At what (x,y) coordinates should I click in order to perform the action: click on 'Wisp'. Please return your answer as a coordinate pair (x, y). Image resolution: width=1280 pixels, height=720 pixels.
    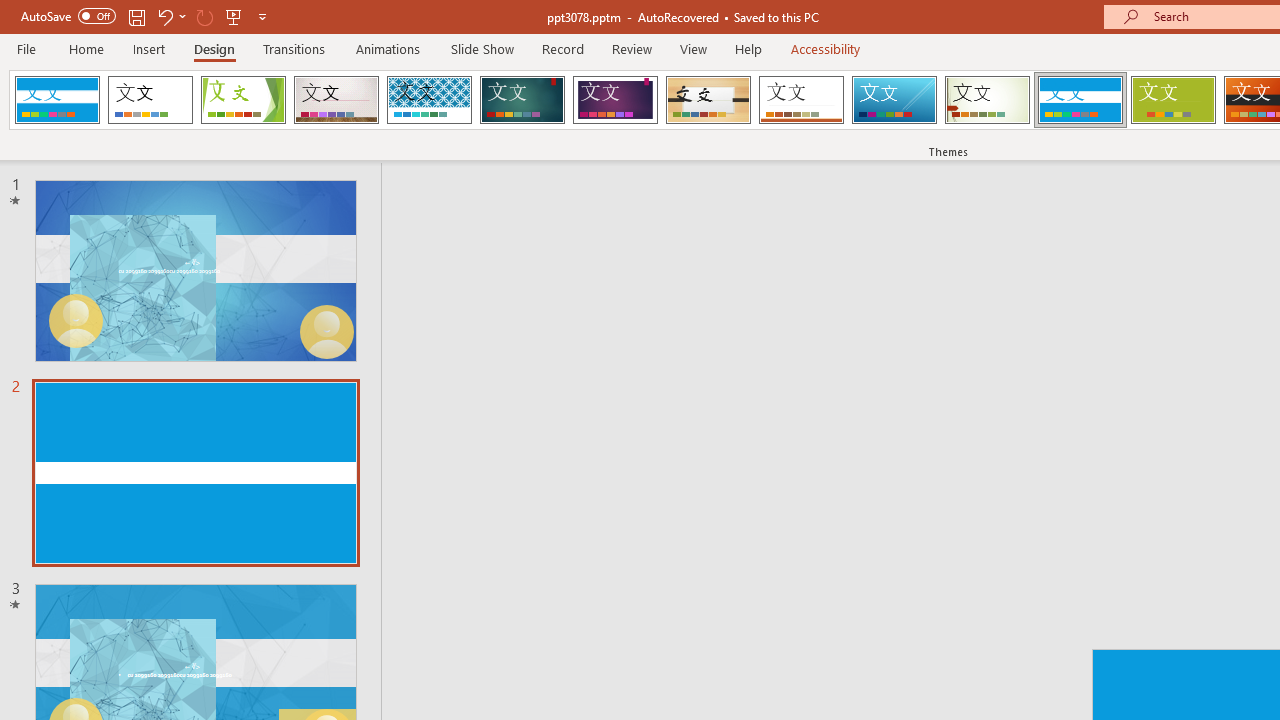
    Looking at the image, I should click on (987, 100).